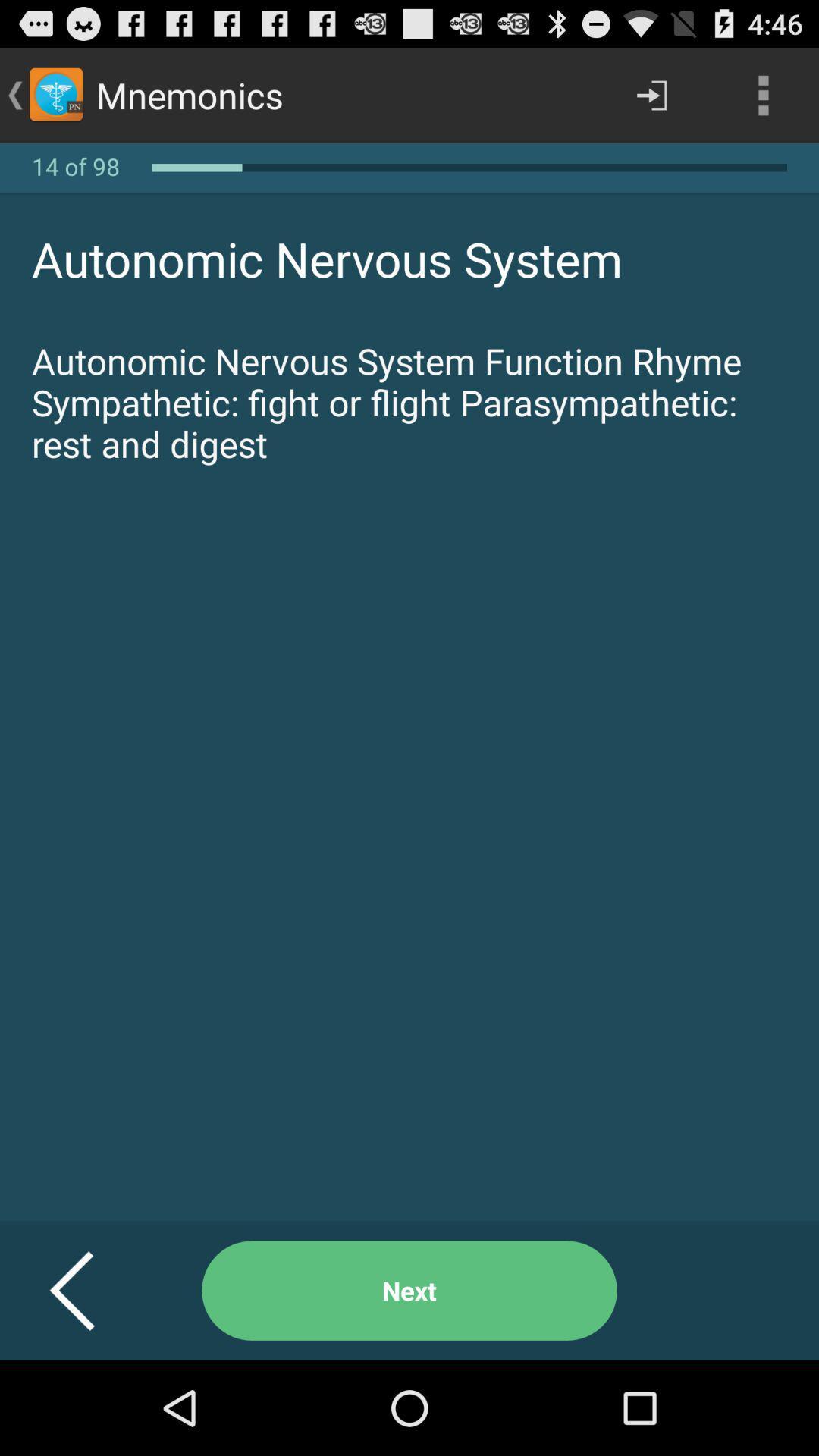 This screenshot has width=819, height=1456. Describe the element at coordinates (651, 94) in the screenshot. I see `the icon to the right of the mnemonics` at that location.